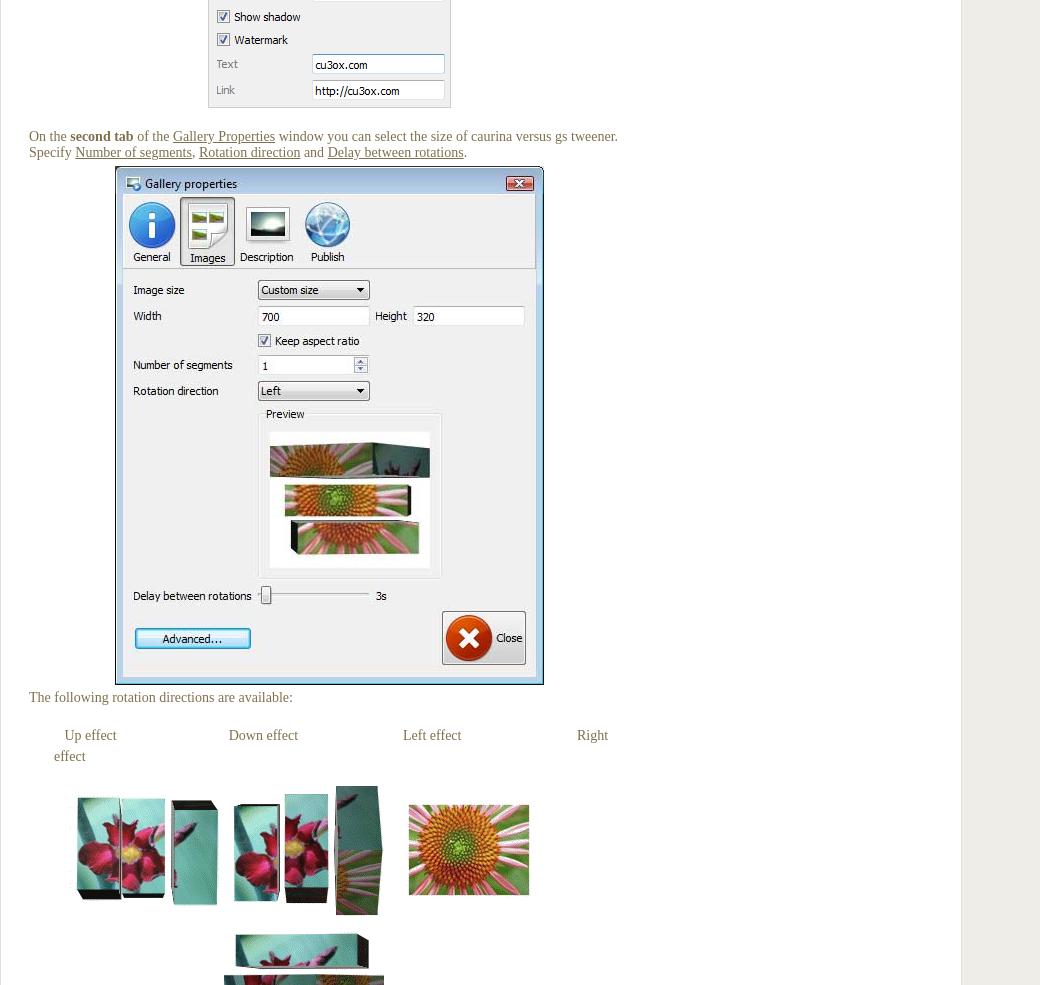  Describe the element at coordinates (312, 152) in the screenshot. I see `'and'` at that location.